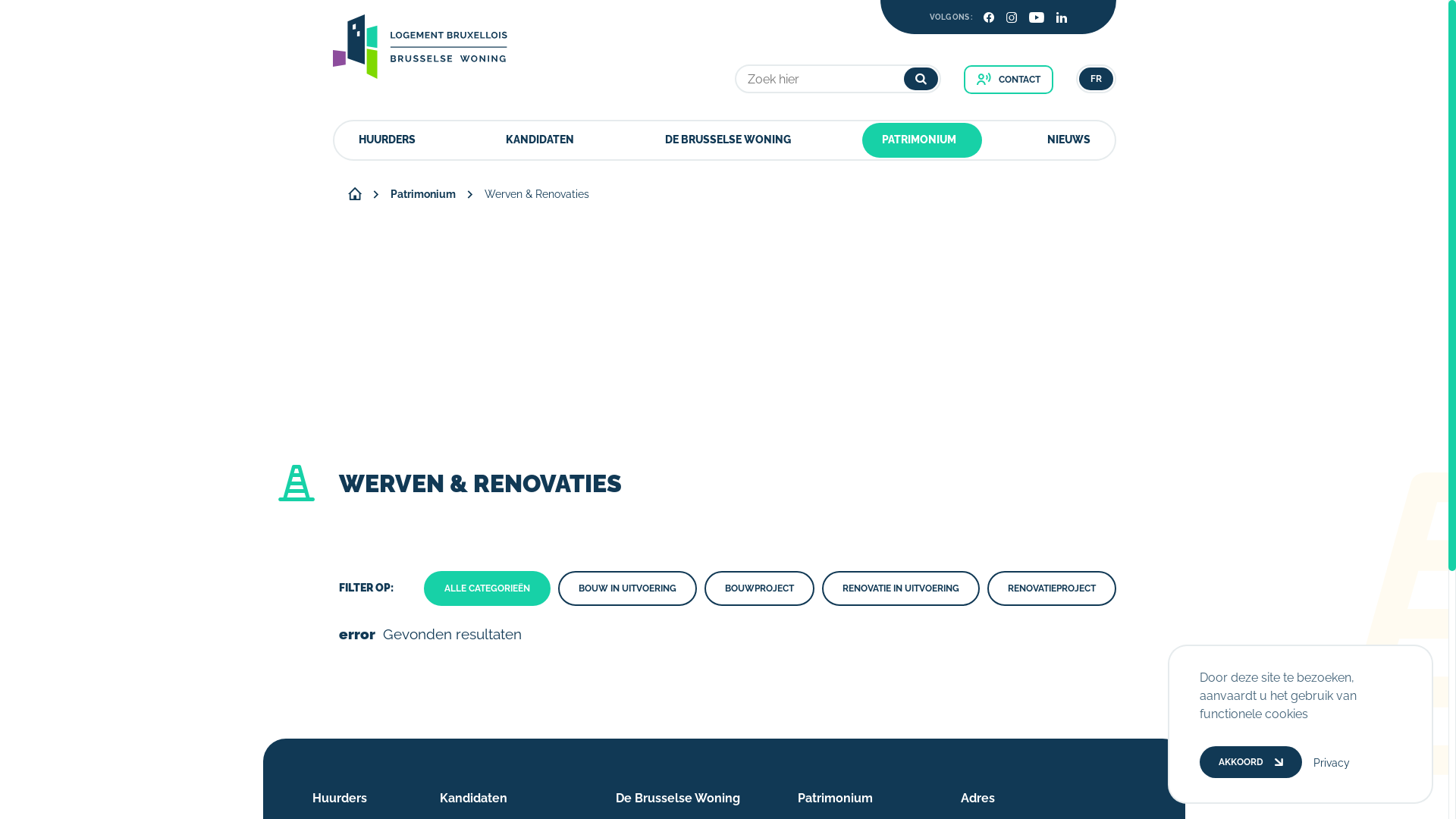  Describe the element at coordinates (759, 587) in the screenshot. I see `'BOUWPROJECT'` at that location.